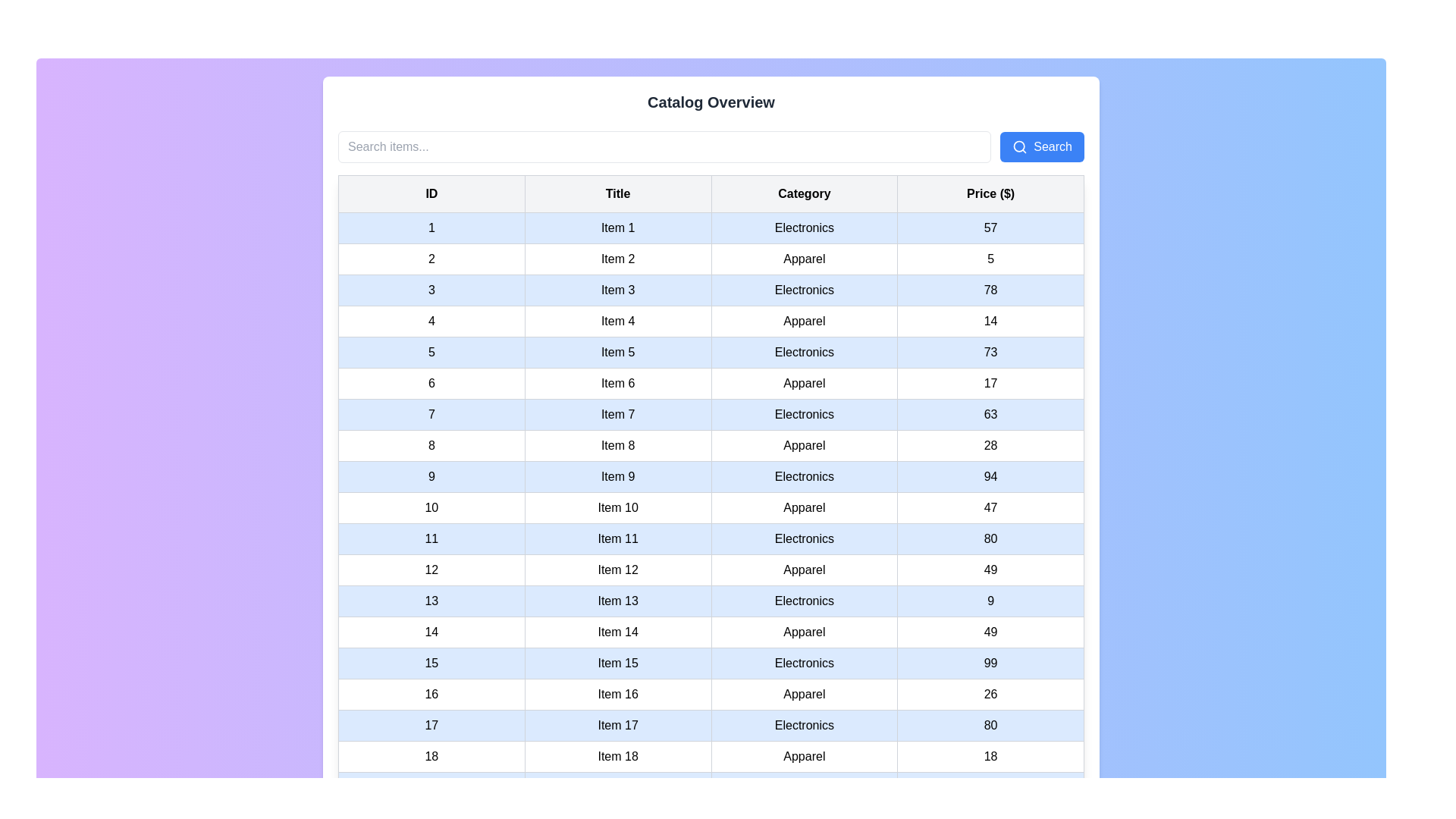 The height and width of the screenshot is (819, 1456). I want to click on the table cell displaying the category 'Apparel' in the third column of the second row, which is located between 'Item 2' and '5', so click(803, 259).